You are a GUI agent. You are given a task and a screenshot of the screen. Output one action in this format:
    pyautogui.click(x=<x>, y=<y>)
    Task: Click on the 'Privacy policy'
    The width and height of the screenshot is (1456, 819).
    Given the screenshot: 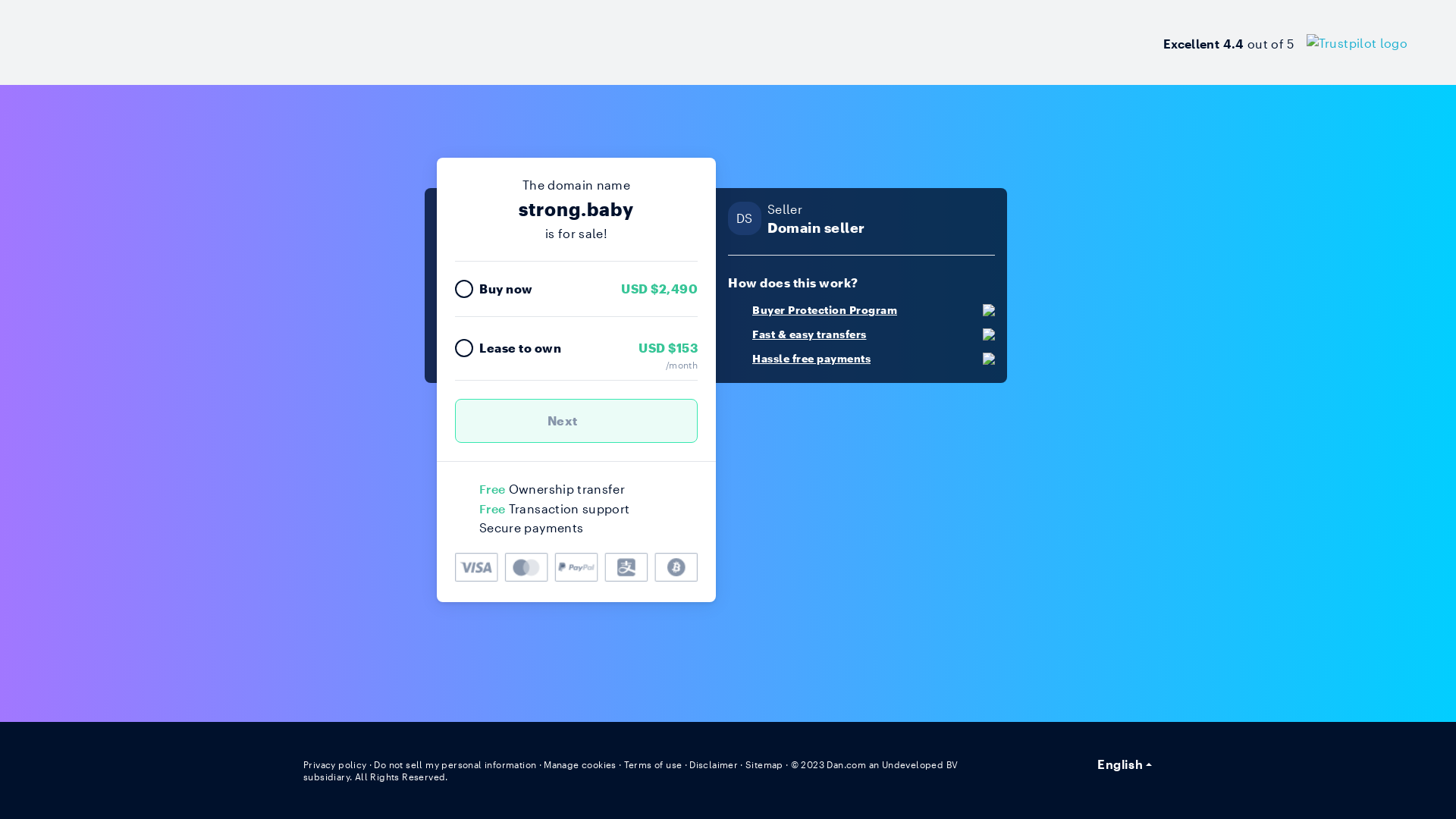 What is the action you would take?
    pyautogui.click(x=334, y=764)
    